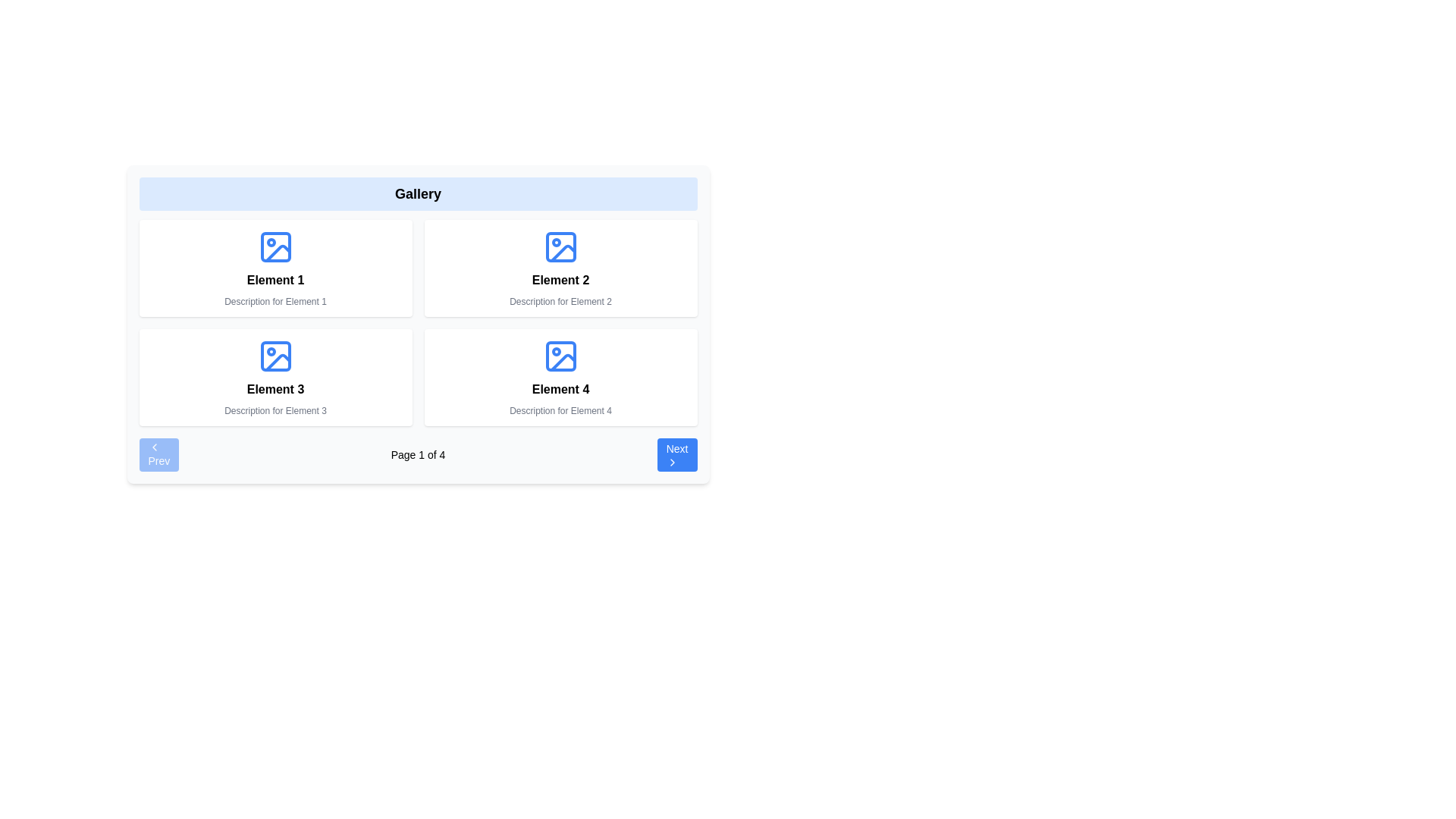 The image size is (1456, 819). Describe the element at coordinates (275, 356) in the screenshot. I see `the topmost icon of the card labeled 'Element 3' located in the lower-left area of the gallery` at that location.